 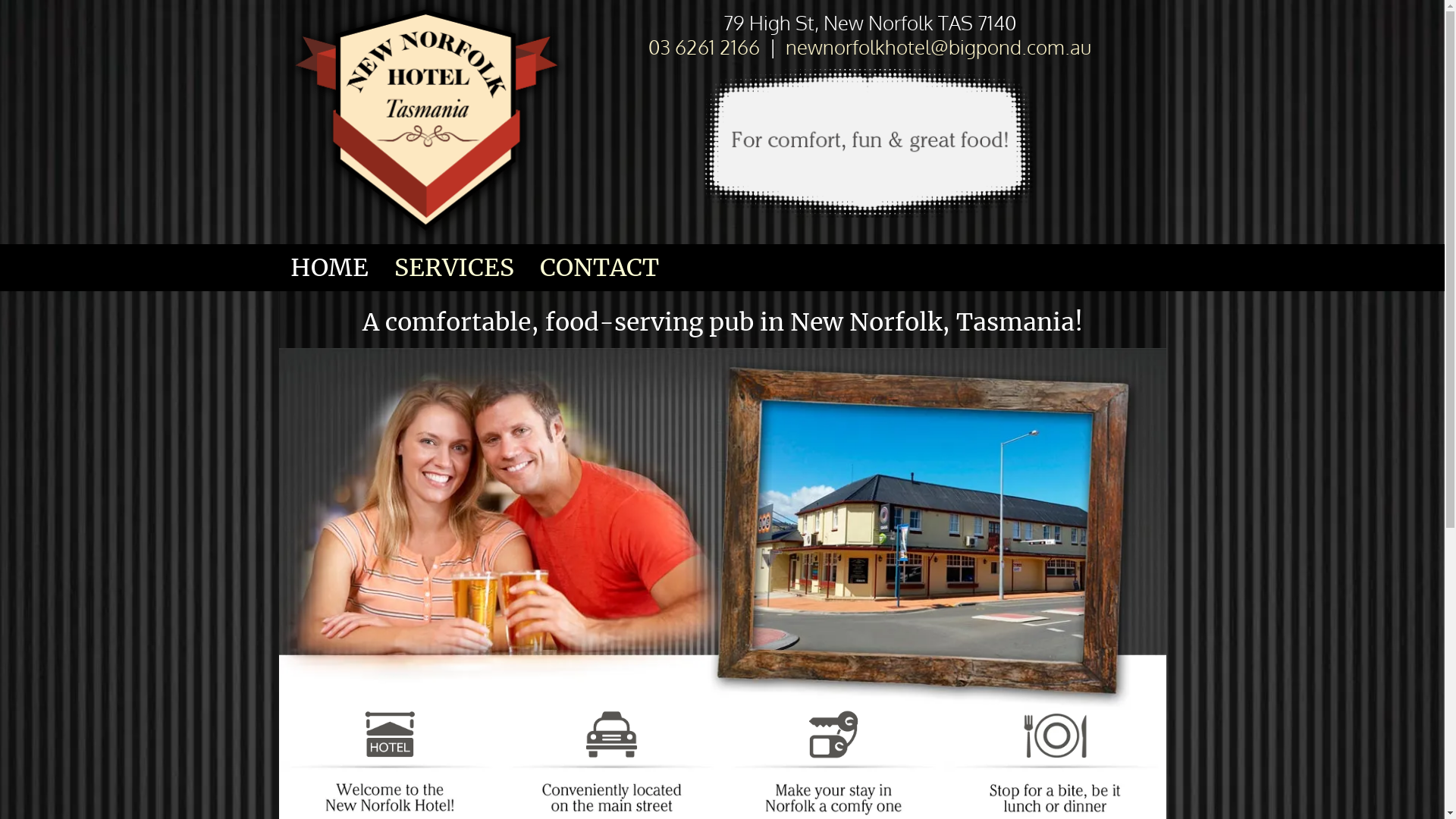 I want to click on 'homely comfort at excellent rates,- in New Norfolk, Tasmania', so click(x=390, y=735).